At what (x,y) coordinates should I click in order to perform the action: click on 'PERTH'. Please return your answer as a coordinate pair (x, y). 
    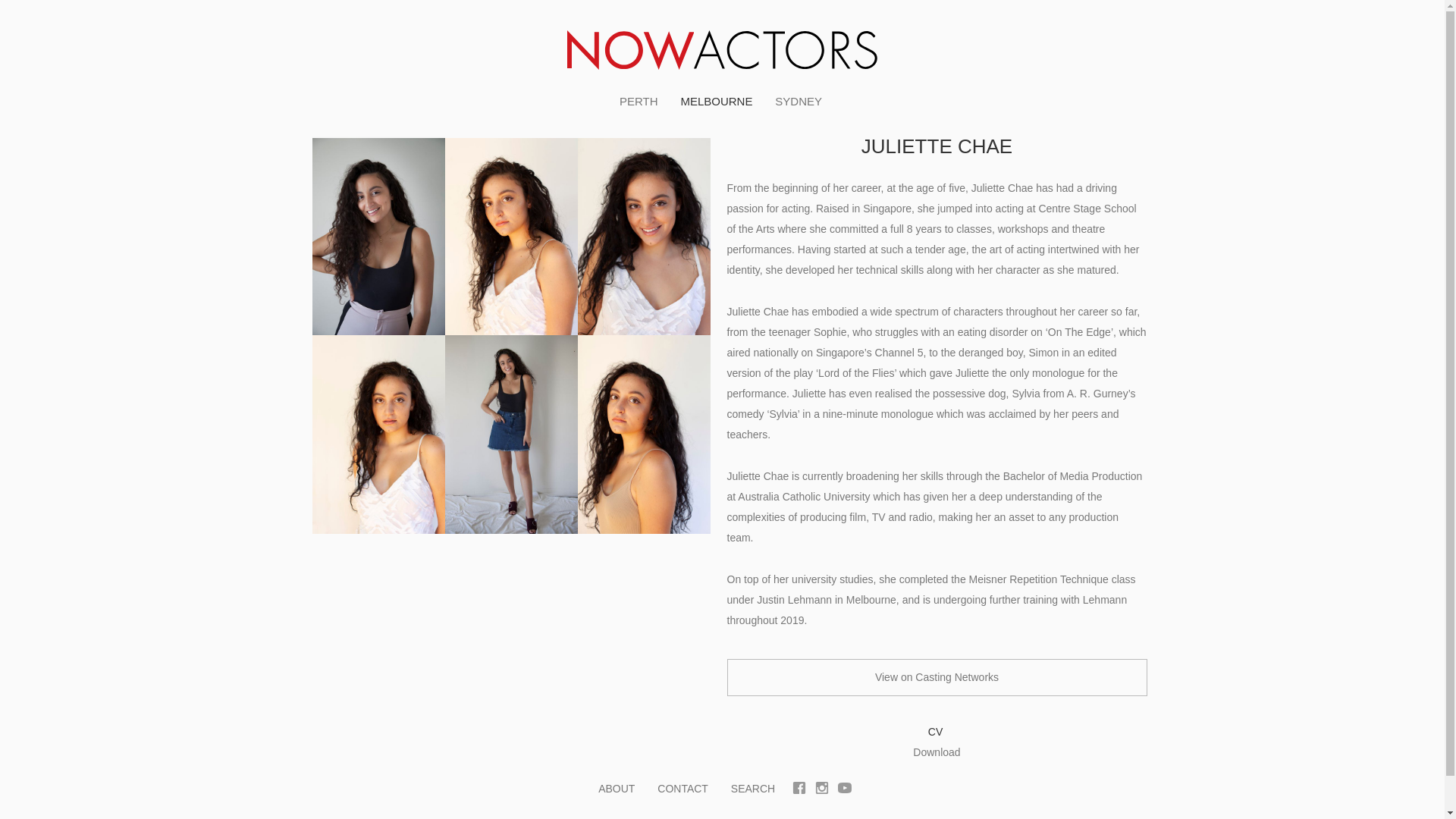
    Looking at the image, I should click on (639, 101).